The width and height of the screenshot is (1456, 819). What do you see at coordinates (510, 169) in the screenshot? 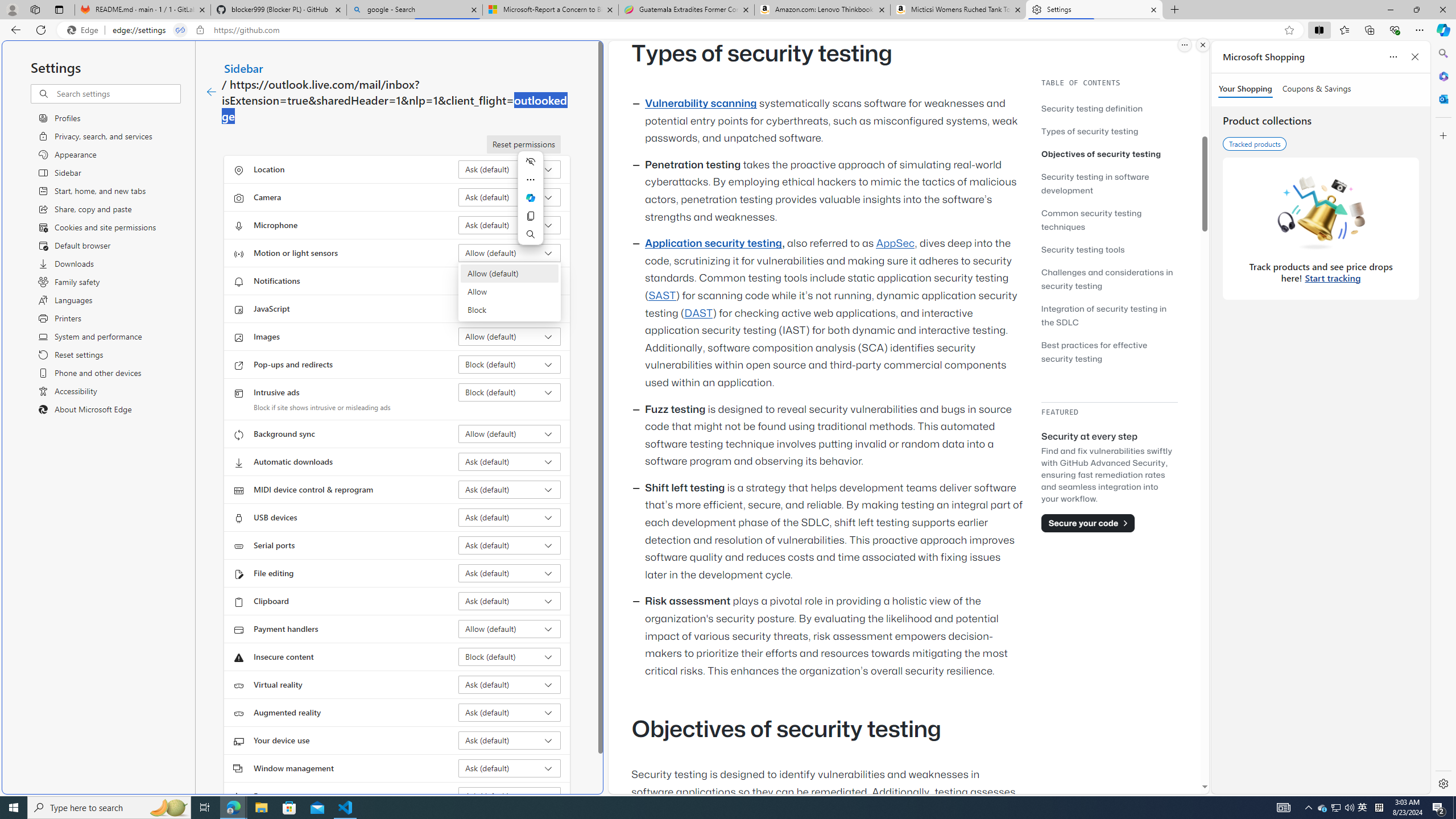
I see `'Location Ask (default)'` at bounding box center [510, 169].